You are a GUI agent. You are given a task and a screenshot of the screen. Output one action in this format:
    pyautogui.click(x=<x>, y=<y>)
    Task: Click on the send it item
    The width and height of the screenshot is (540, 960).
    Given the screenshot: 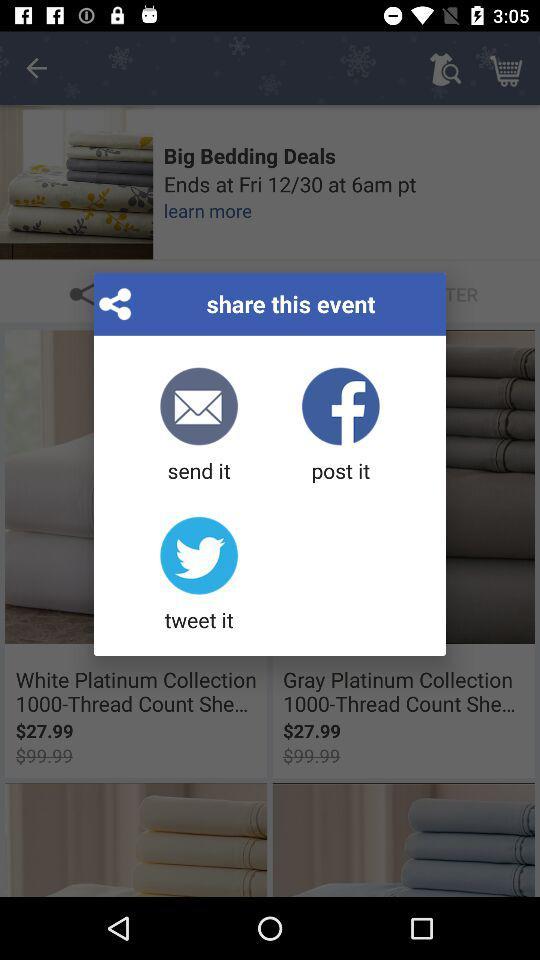 What is the action you would take?
    pyautogui.click(x=199, y=426)
    